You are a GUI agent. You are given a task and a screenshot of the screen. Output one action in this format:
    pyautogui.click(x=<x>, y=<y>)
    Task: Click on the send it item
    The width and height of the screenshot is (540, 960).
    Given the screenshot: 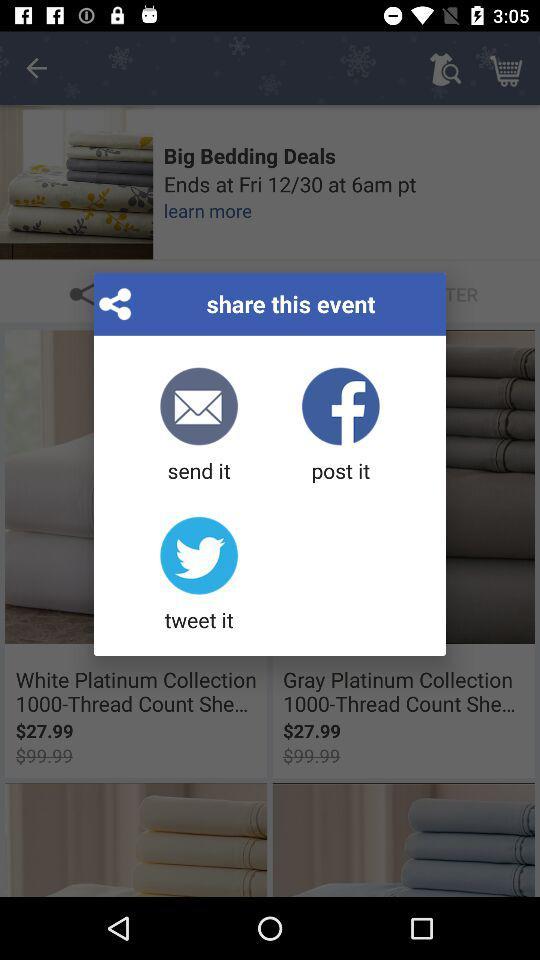 What is the action you would take?
    pyautogui.click(x=199, y=426)
    